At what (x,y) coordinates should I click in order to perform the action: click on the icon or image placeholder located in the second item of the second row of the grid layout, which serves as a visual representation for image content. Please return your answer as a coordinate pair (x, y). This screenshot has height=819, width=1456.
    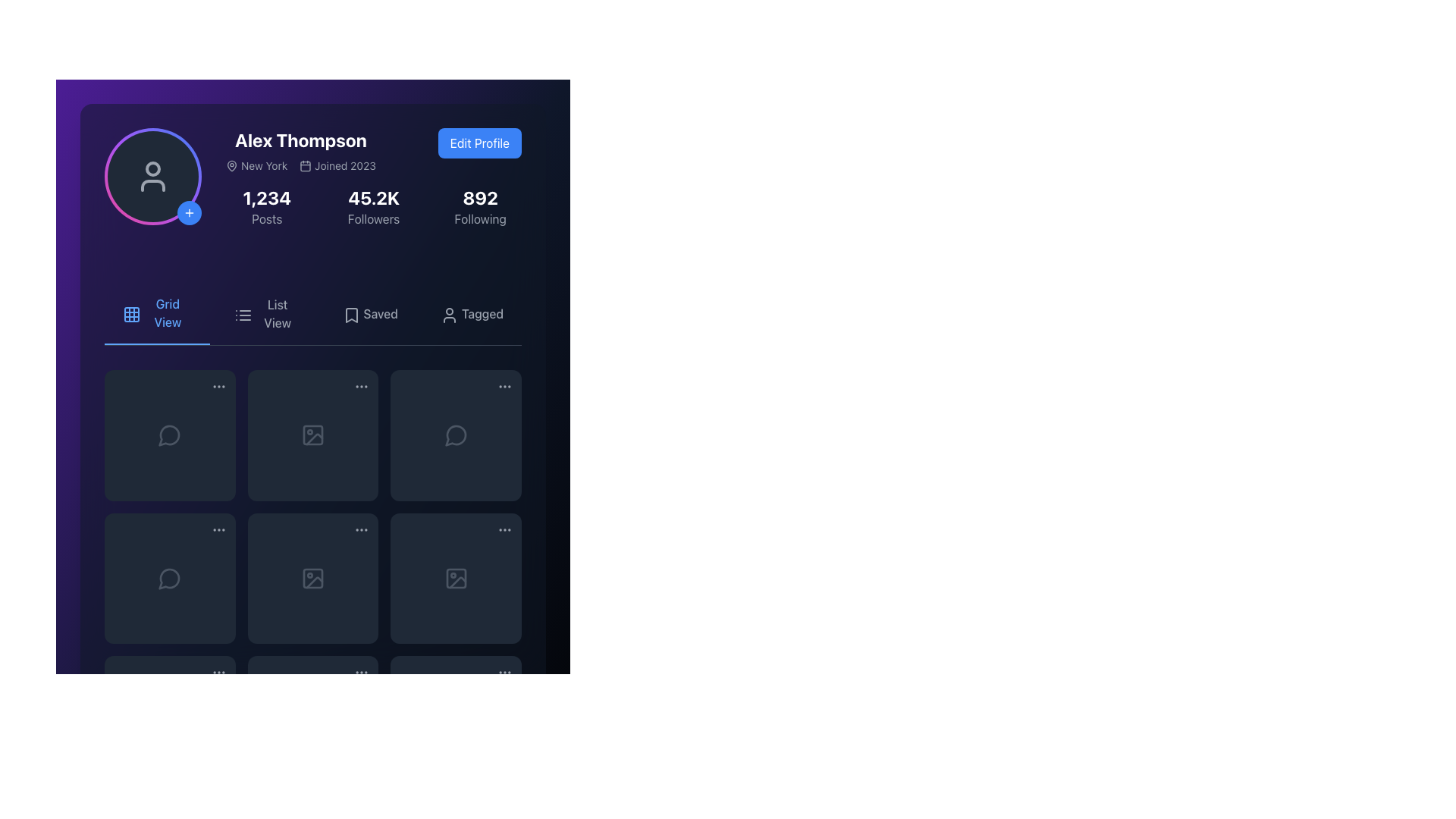
    Looking at the image, I should click on (312, 435).